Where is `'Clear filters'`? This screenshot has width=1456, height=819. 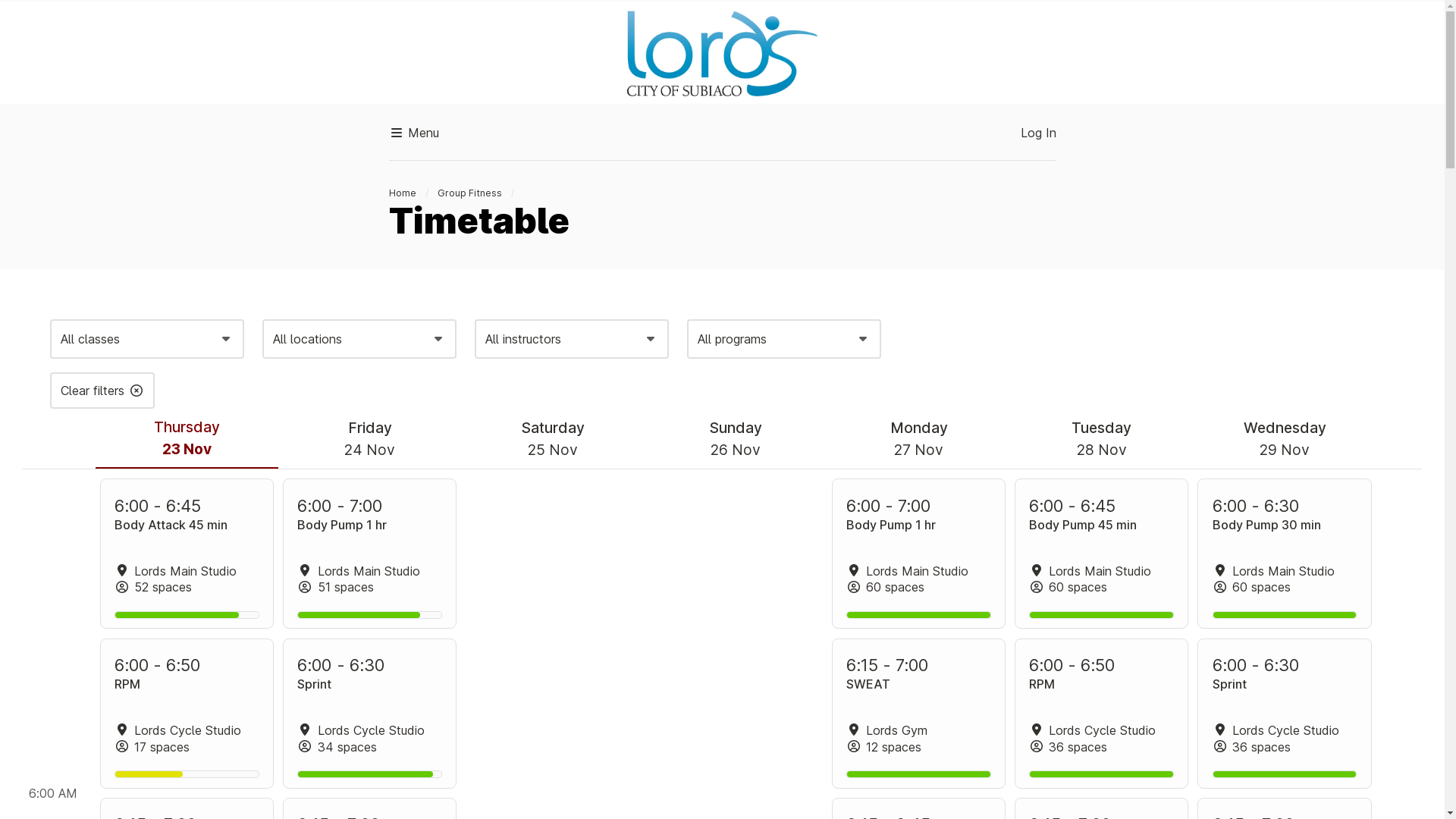 'Clear filters' is located at coordinates (101, 390).